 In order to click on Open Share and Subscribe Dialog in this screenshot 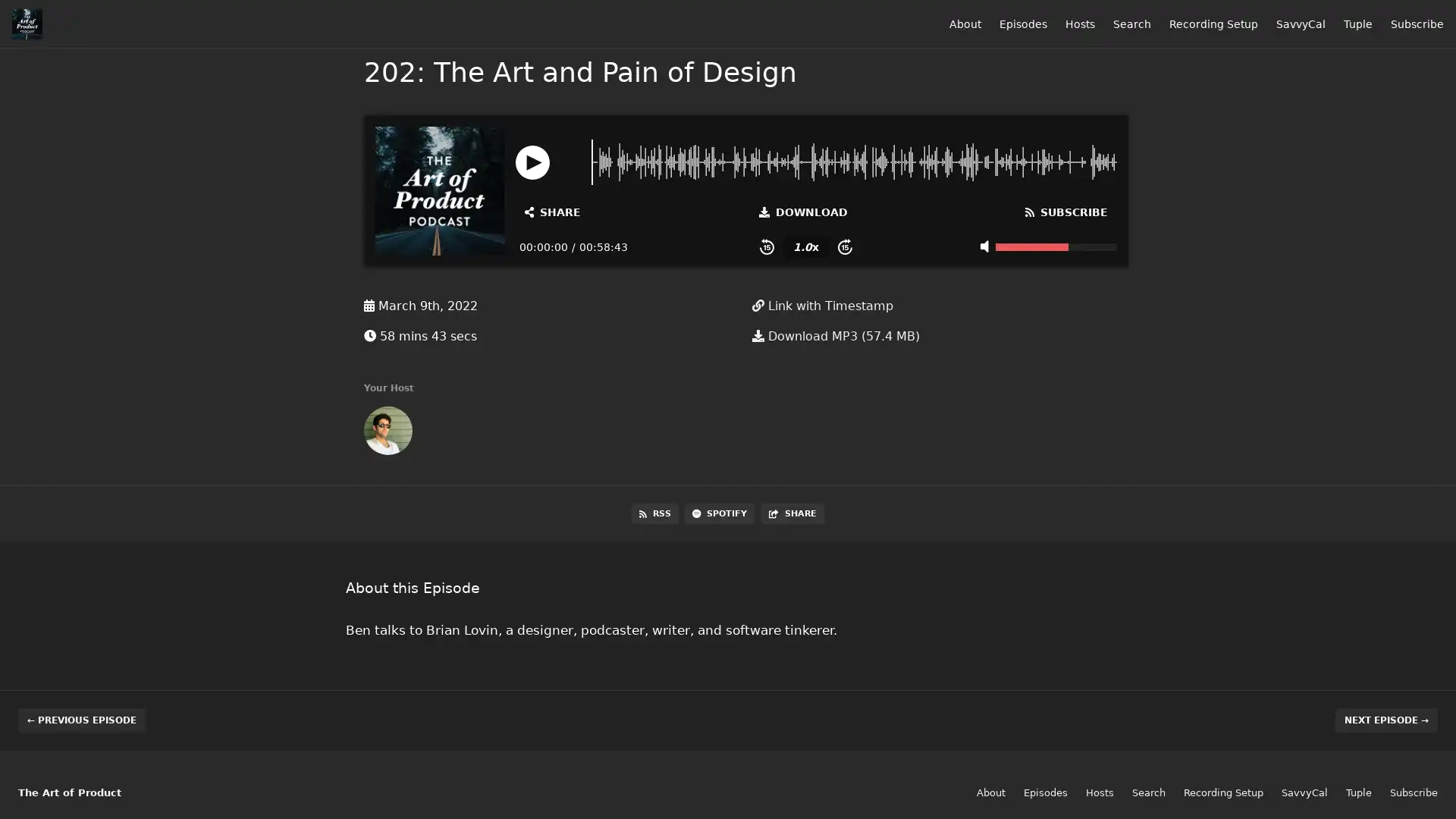, I will do `click(552, 211)`.